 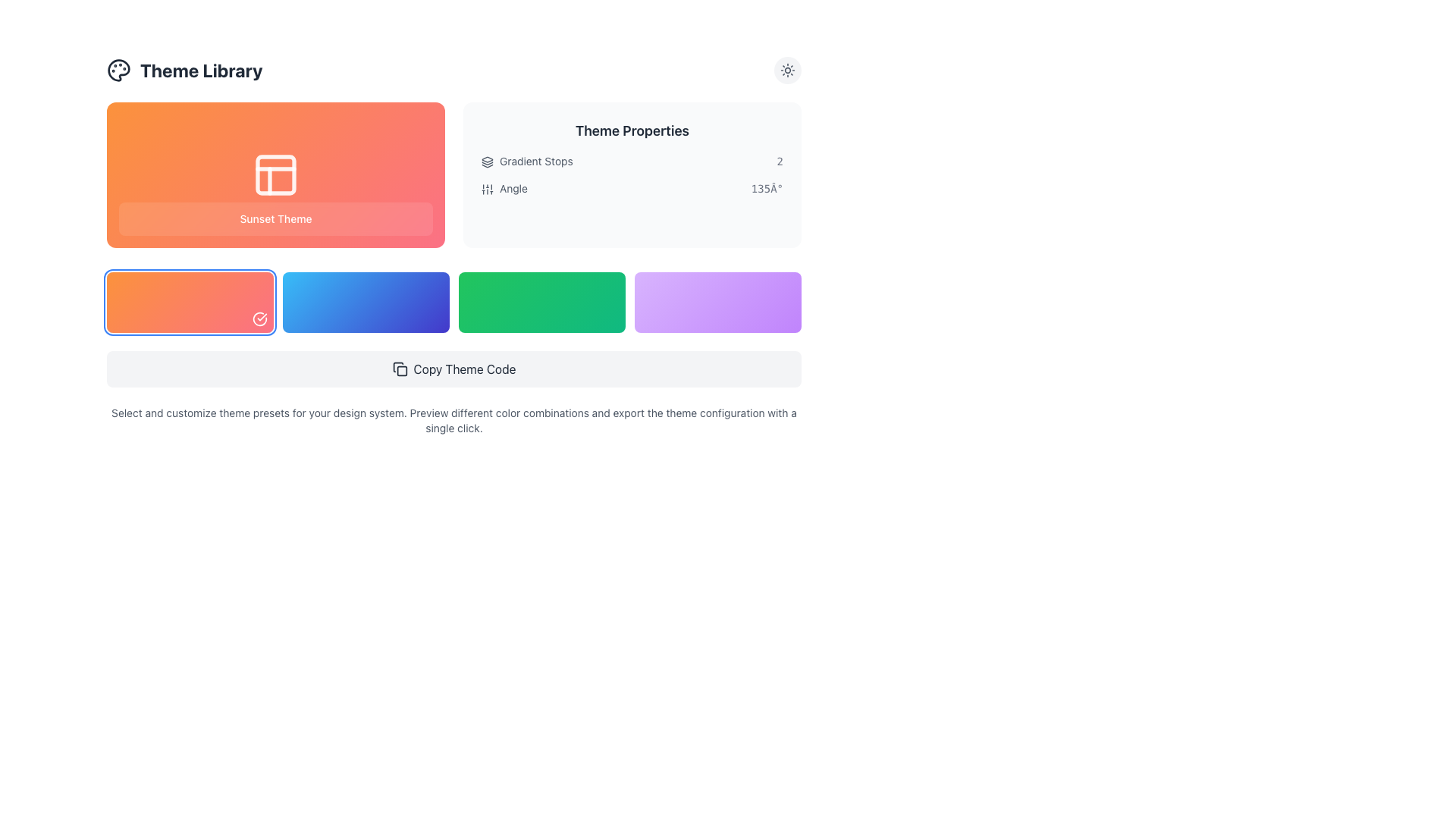 I want to click on the circular sun icon with radiating lines located at the top-right corner of the interface, adjacent to the title 'Theme Properties', so click(x=787, y=70).